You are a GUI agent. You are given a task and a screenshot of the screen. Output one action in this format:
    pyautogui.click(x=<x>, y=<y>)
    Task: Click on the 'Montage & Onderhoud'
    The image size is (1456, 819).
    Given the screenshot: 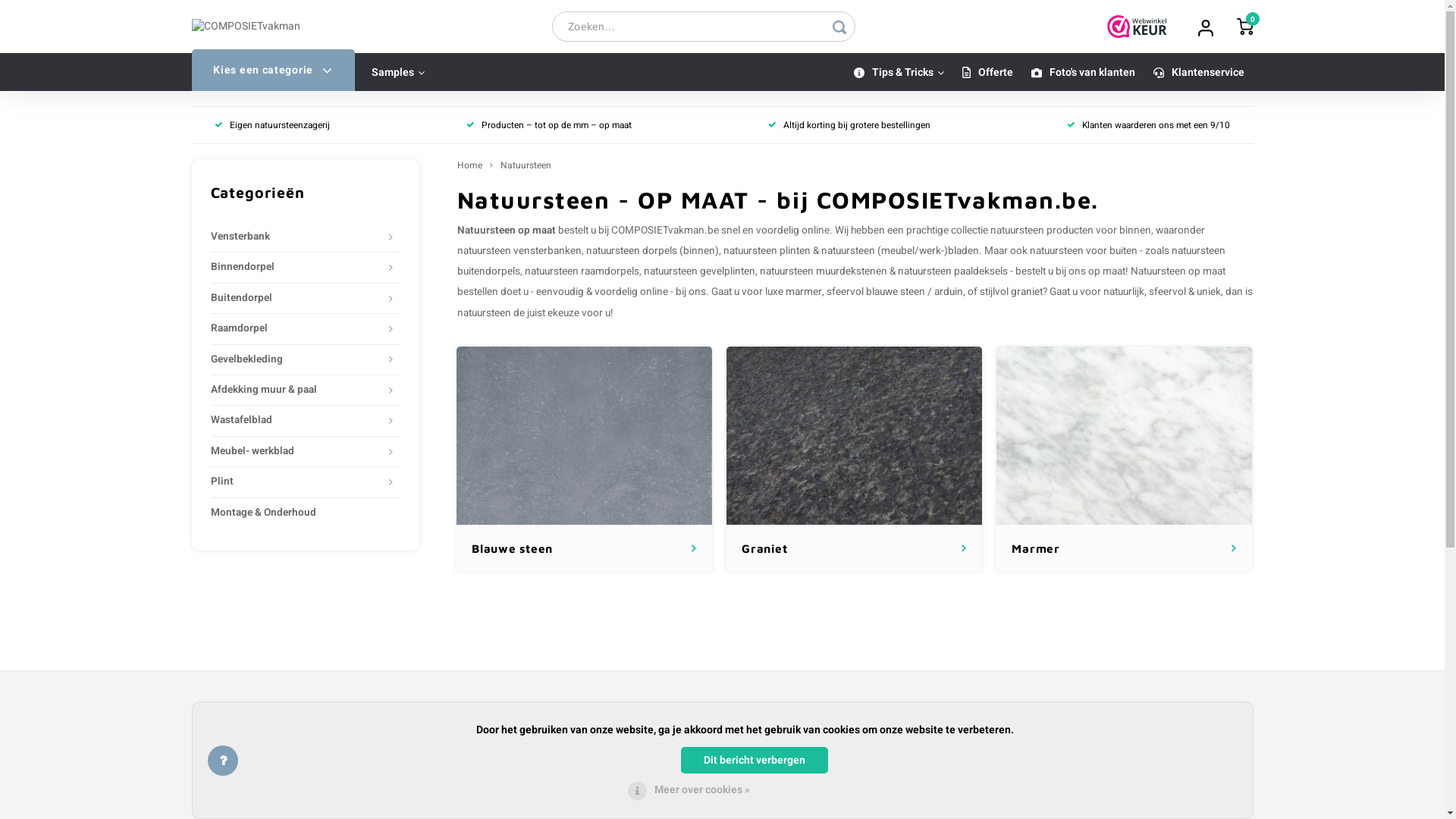 What is the action you would take?
    pyautogui.click(x=305, y=512)
    